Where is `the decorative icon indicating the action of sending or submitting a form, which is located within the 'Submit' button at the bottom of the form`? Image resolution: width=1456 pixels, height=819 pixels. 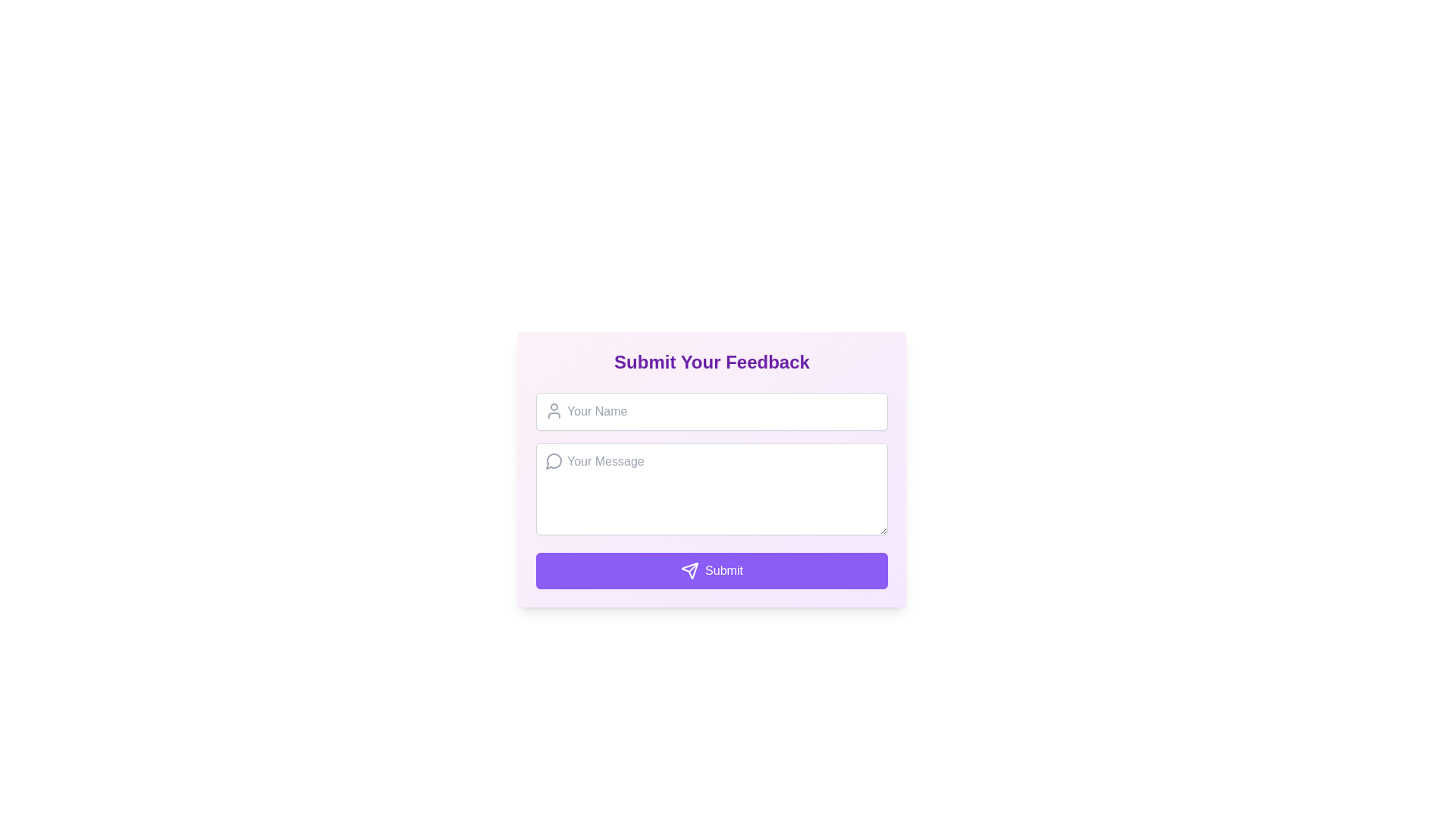 the decorative icon indicating the action of sending or submitting a form, which is located within the 'Submit' button at the bottom of the form is located at coordinates (689, 570).